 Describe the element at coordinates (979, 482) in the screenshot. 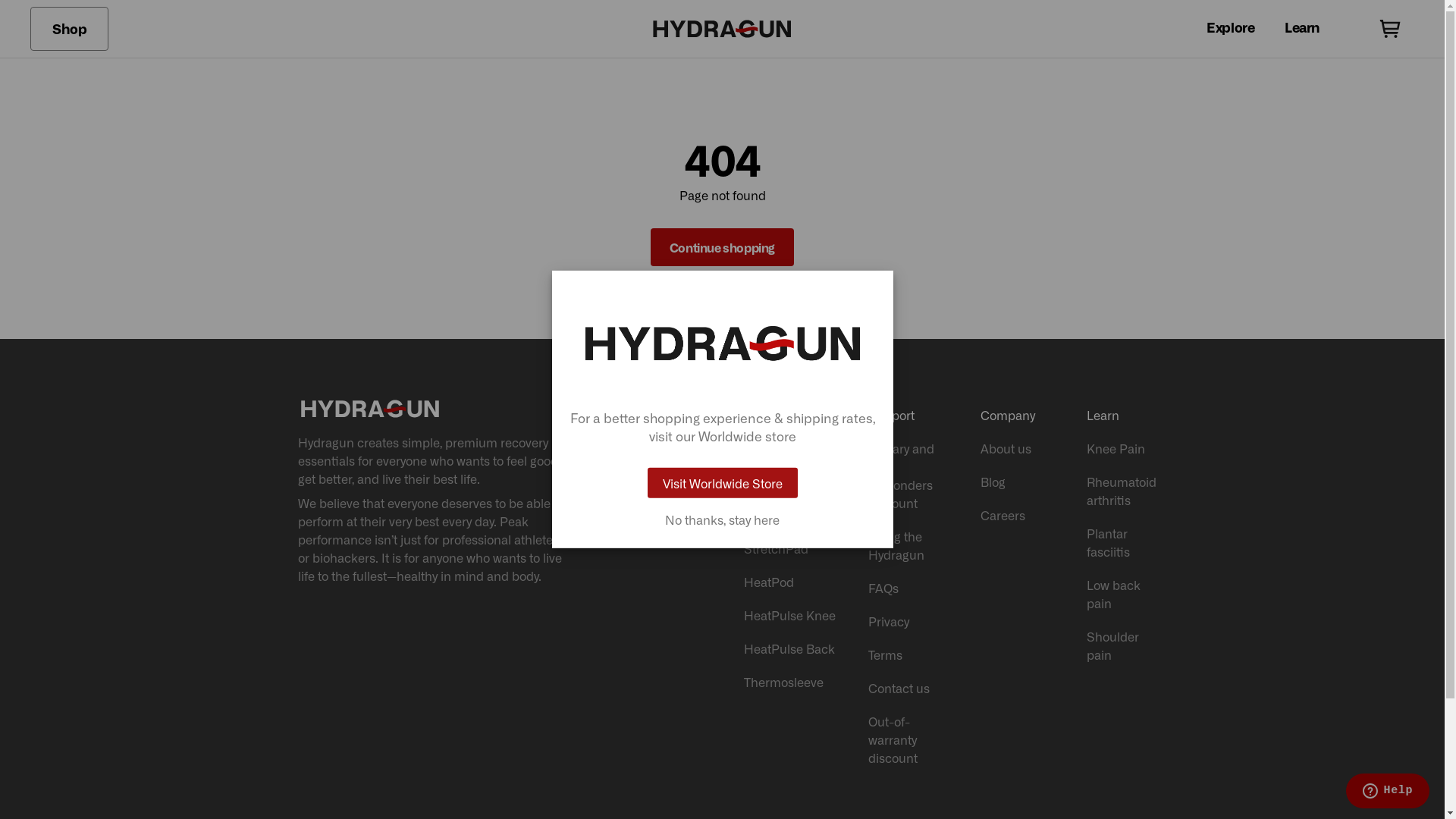

I see `'Blog'` at that location.